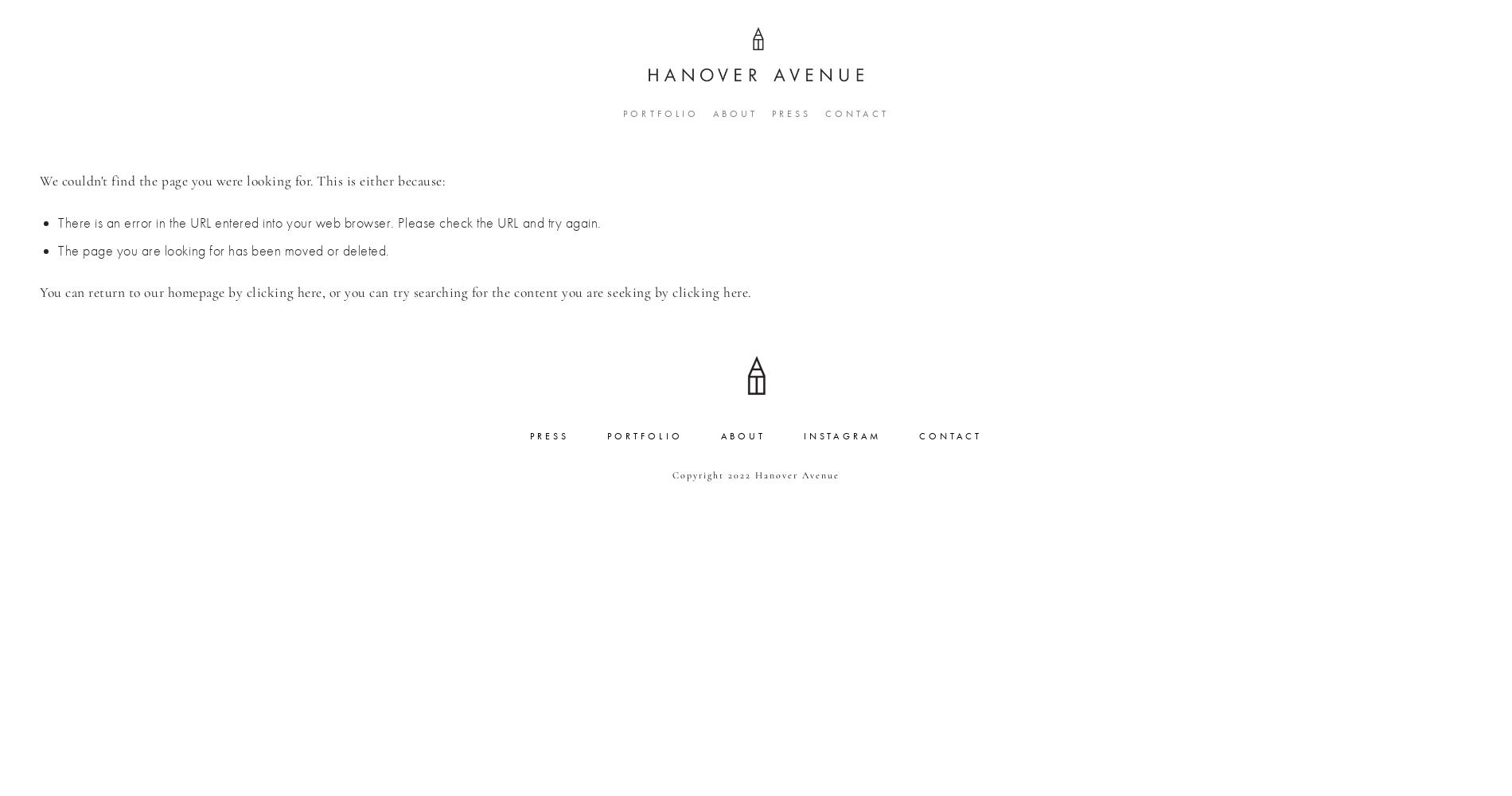 The width and height of the screenshot is (1512, 796). What do you see at coordinates (57, 222) in the screenshot?
I see `'There is an error in the URL entered into your web browser. Please check the URL and try again.'` at bounding box center [57, 222].